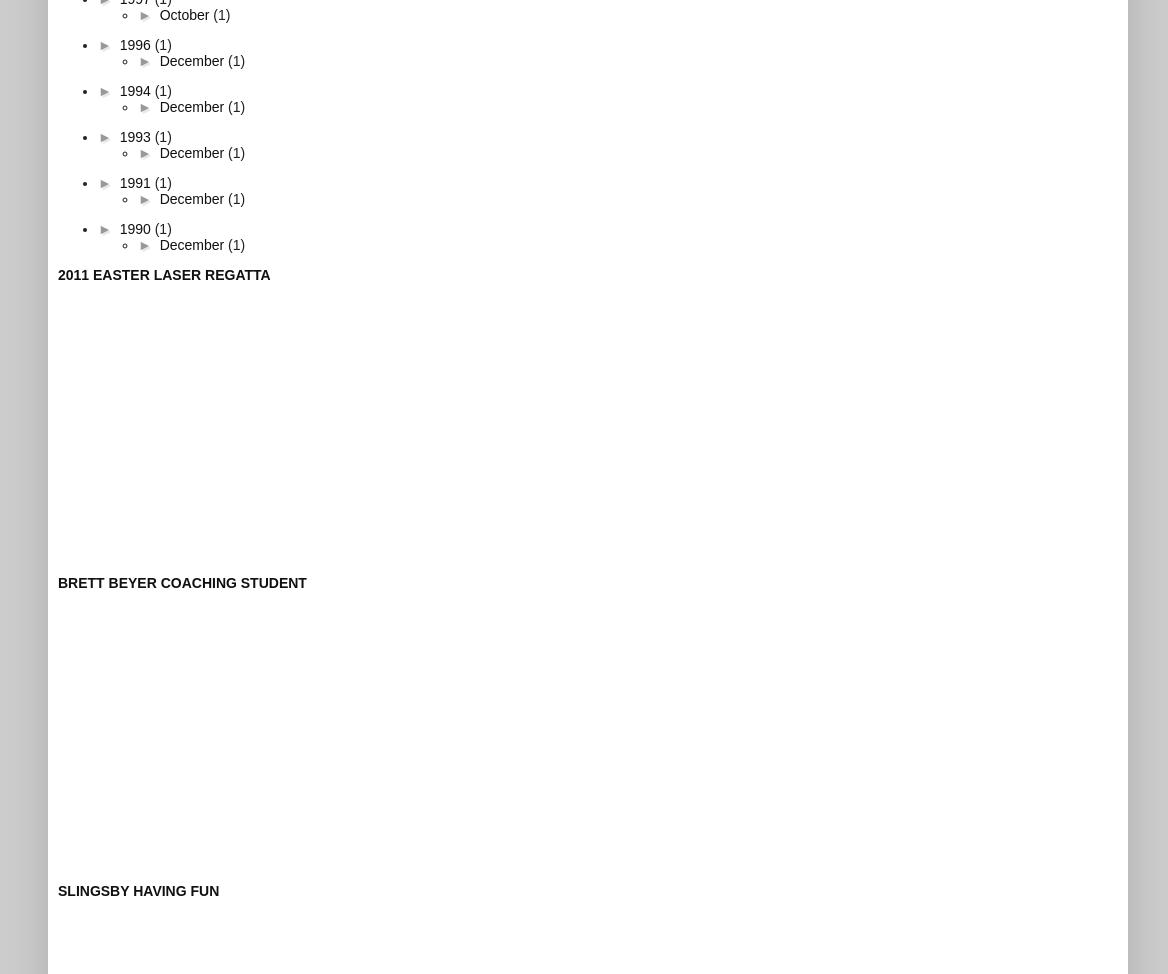 The image size is (1168, 974). What do you see at coordinates (163, 272) in the screenshot?
I see `'2011 Easter Laser Regatta'` at bounding box center [163, 272].